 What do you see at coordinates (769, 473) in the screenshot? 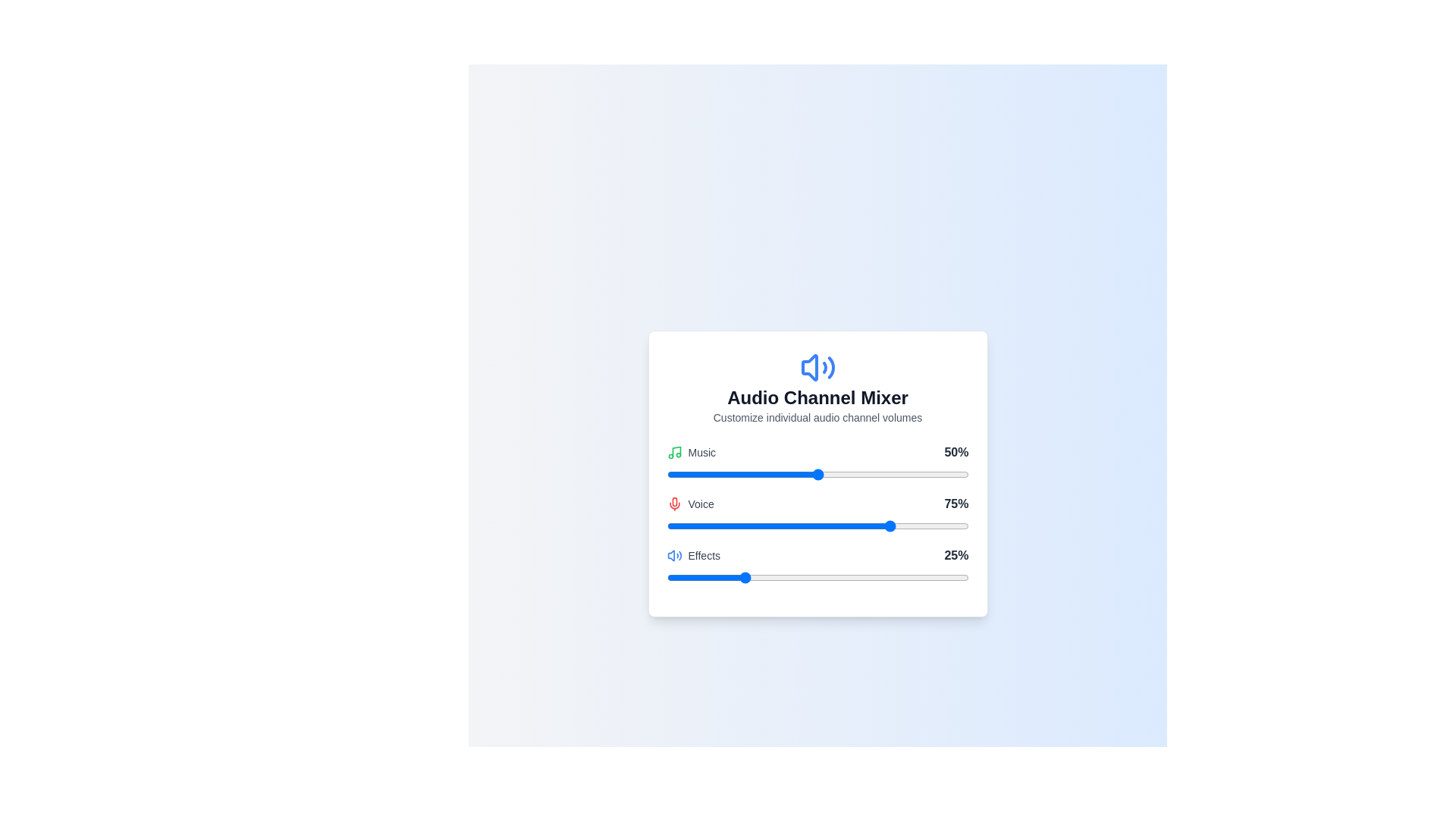
I see `music volume` at bounding box center [769, 473].